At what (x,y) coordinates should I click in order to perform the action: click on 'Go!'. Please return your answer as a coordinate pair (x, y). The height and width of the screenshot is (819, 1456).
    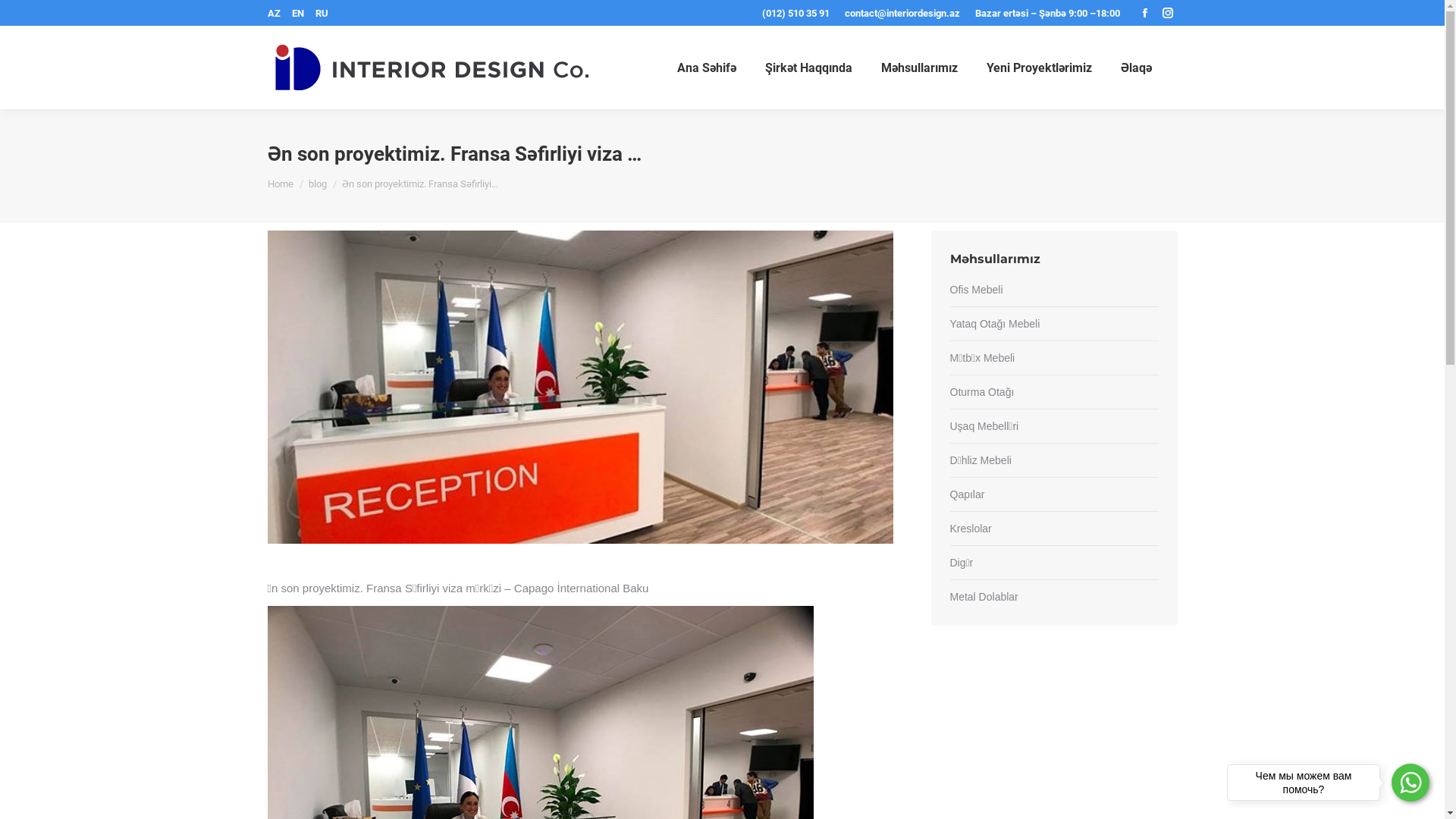
    Looking at the image, I should click on (0, 15).